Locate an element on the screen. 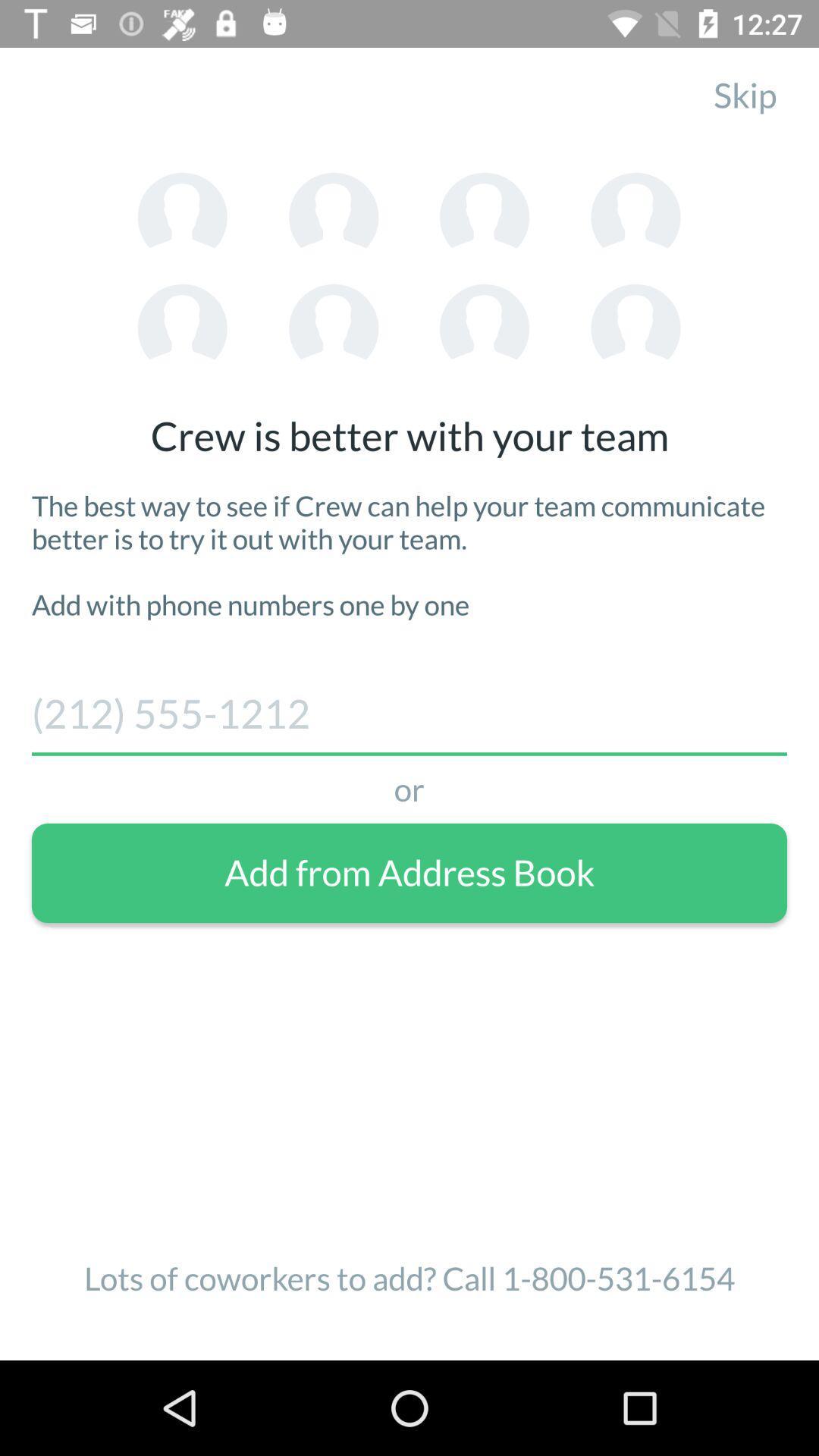 The image size is (819, 1456). skip is located at coordinates (761, 94).